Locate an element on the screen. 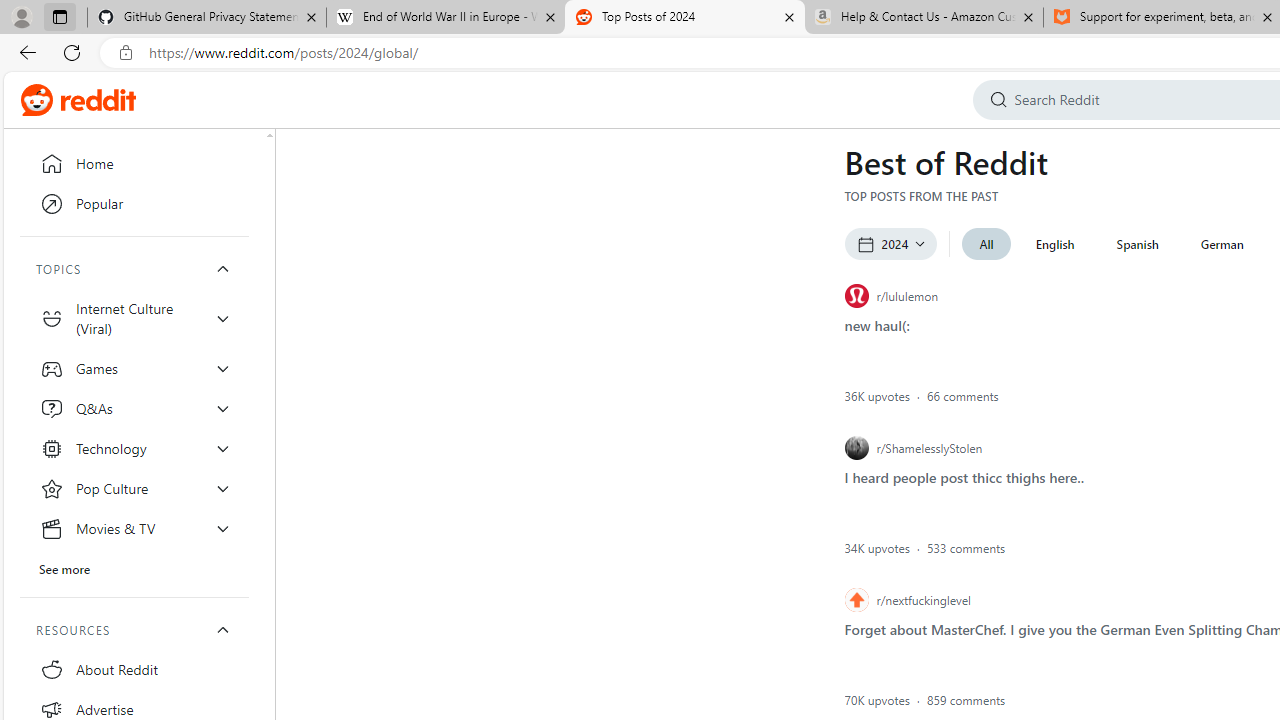 This screenshot has width=1280, height=720. 'Help & Contact Us - Amazon Customer Service - Sleeping' is located at coordinates (923, 17).